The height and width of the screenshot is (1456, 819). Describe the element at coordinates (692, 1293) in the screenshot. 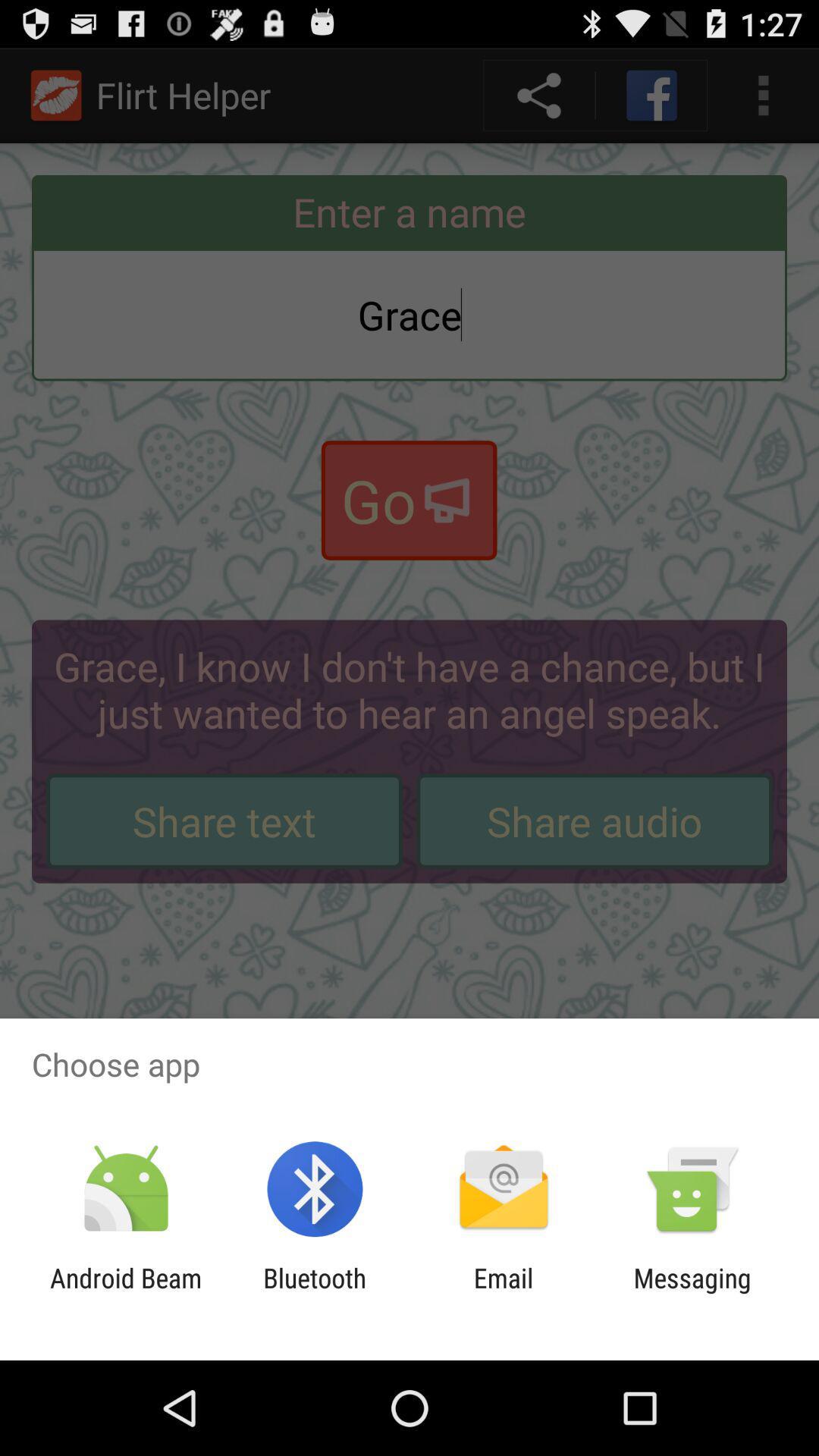

I see `the item to the right of the email` at that location.